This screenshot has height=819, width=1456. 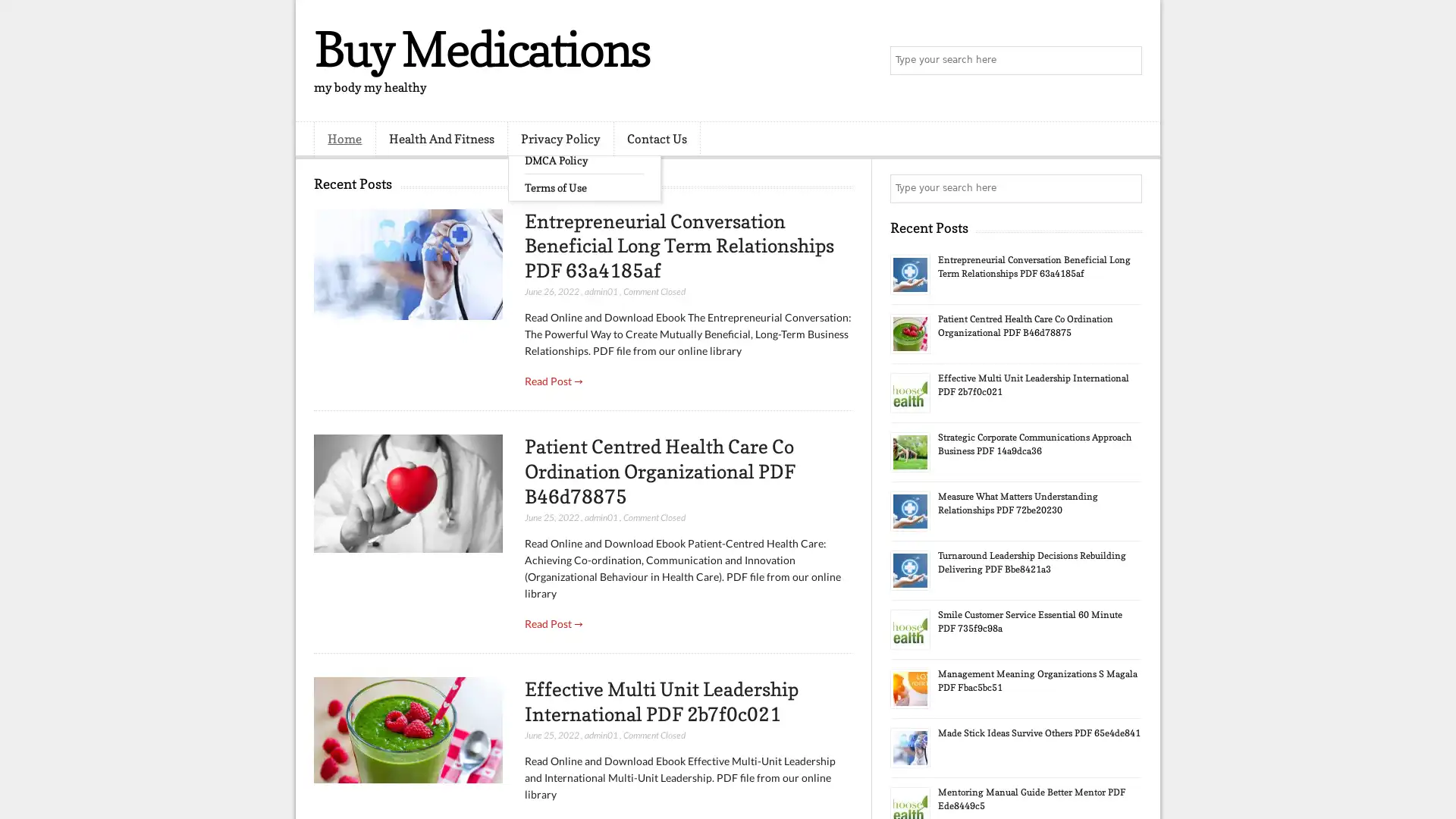 What do you see at coordinates (1126, 61) in the screenshot?
I see `Search` at bounding box center [1126, 61].